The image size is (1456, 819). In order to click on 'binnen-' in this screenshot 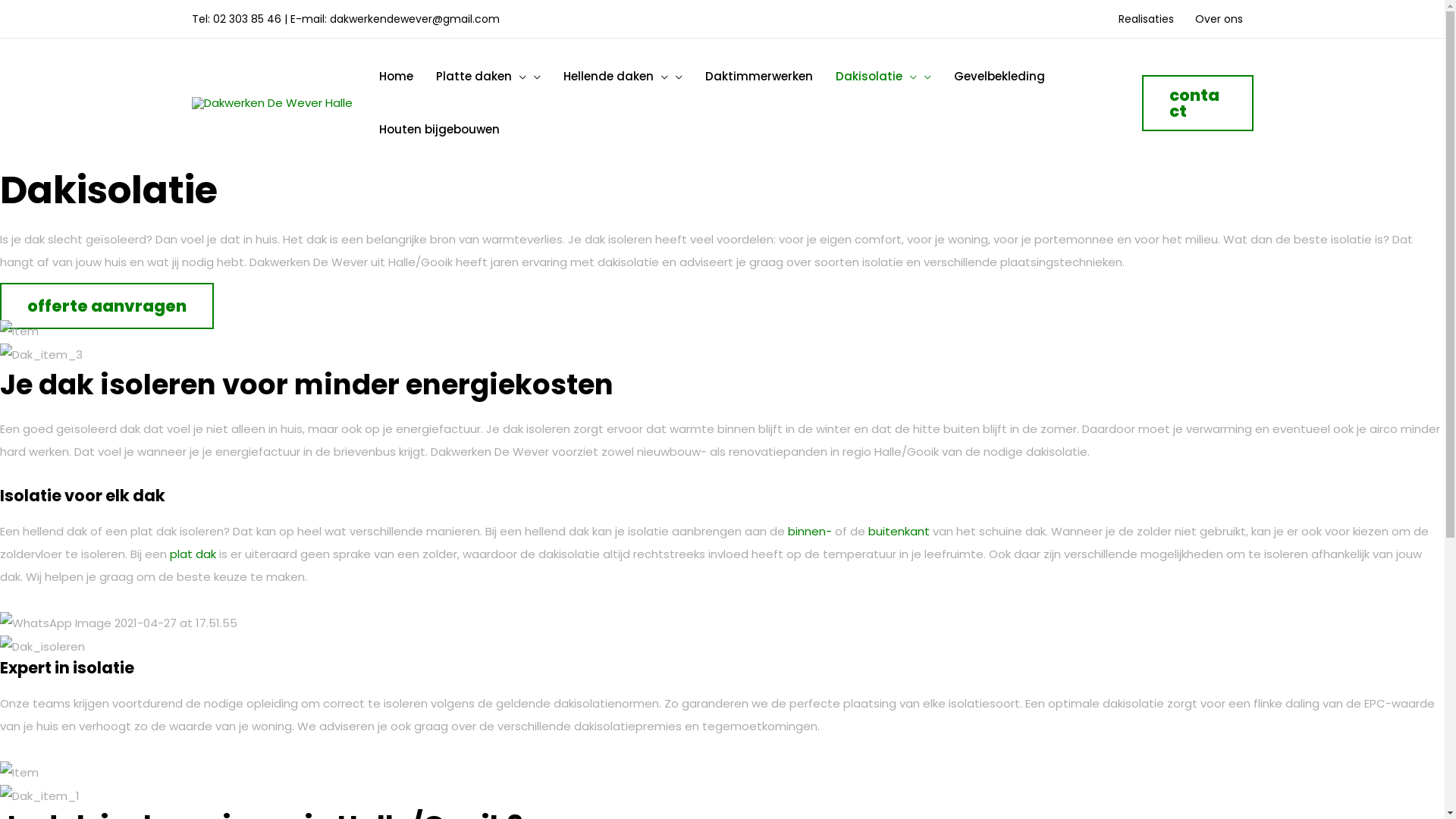, I will do `click(809, 530)`.